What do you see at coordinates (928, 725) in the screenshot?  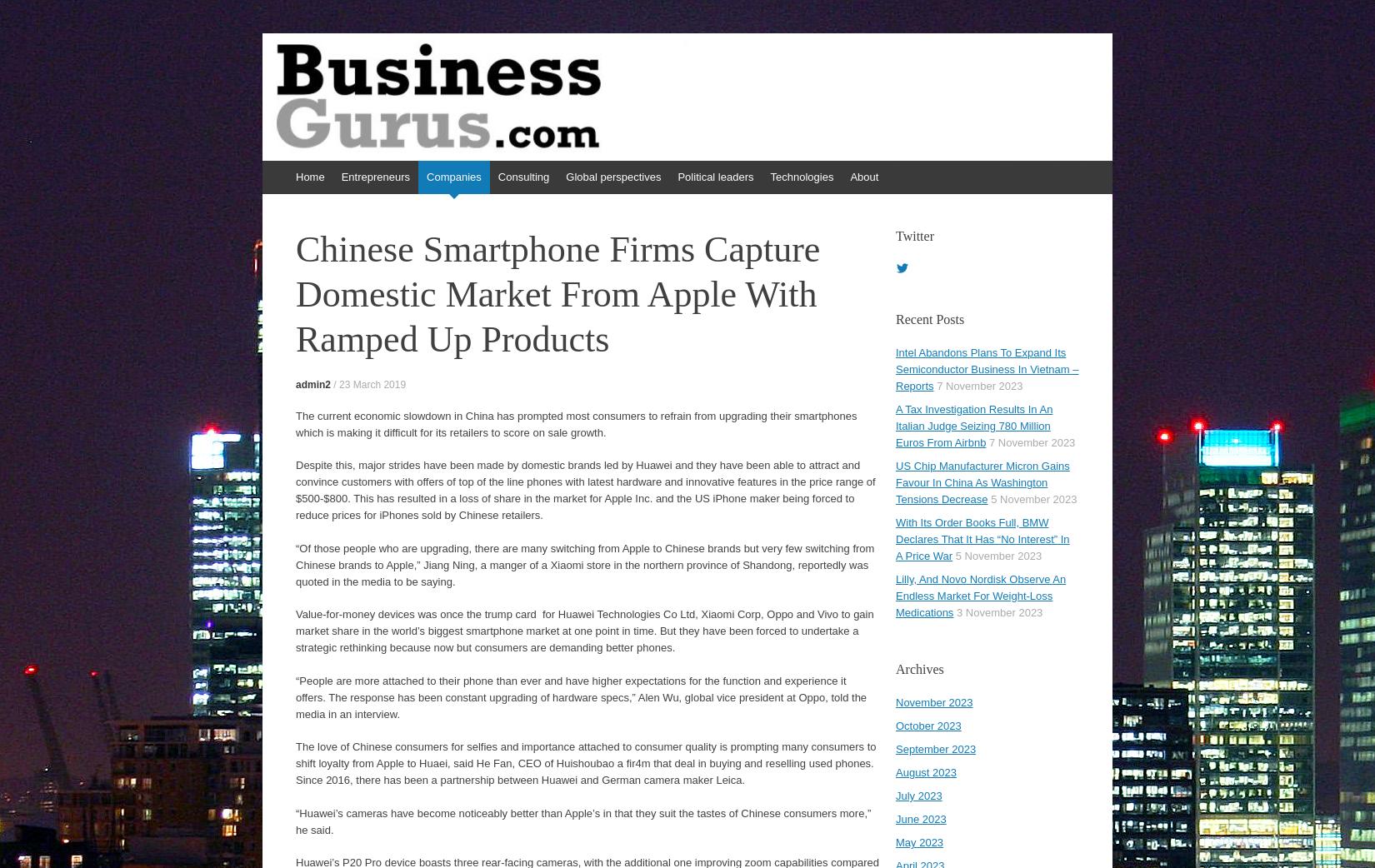 I see `'October 2023'` at bounding box center [928, 725].